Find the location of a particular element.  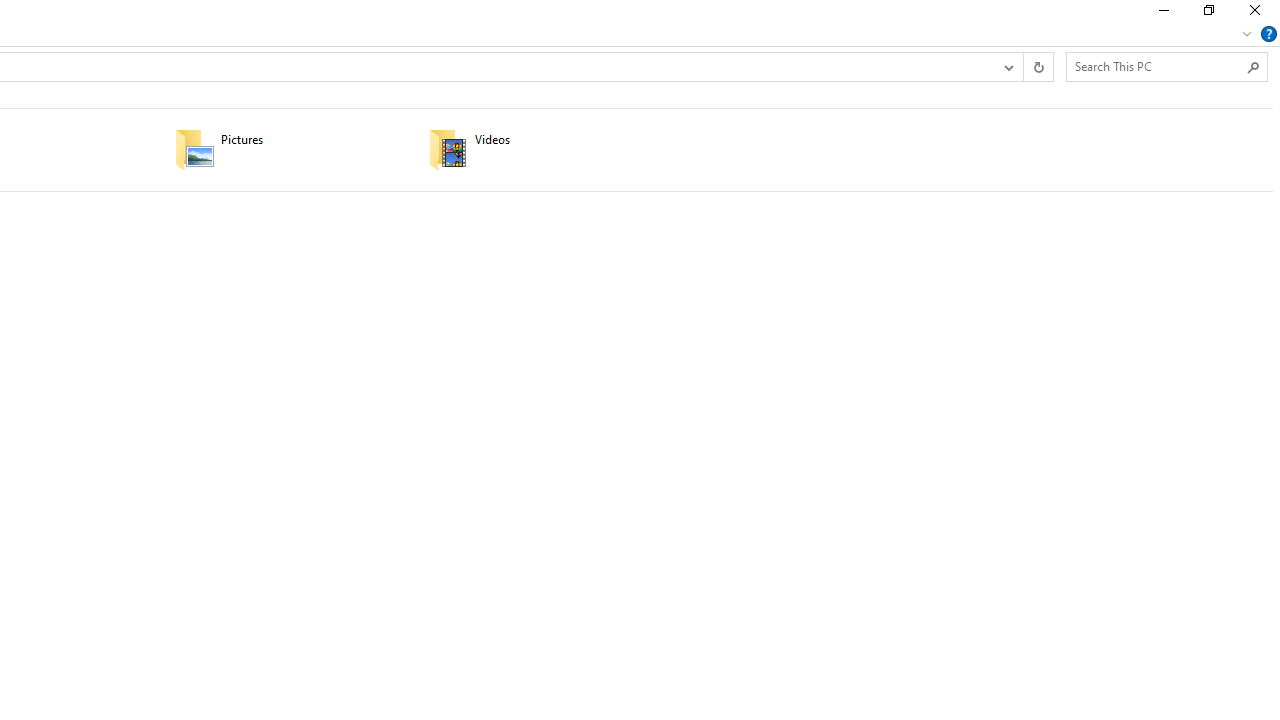

'Pictures' is located at coordinates (287, 148).